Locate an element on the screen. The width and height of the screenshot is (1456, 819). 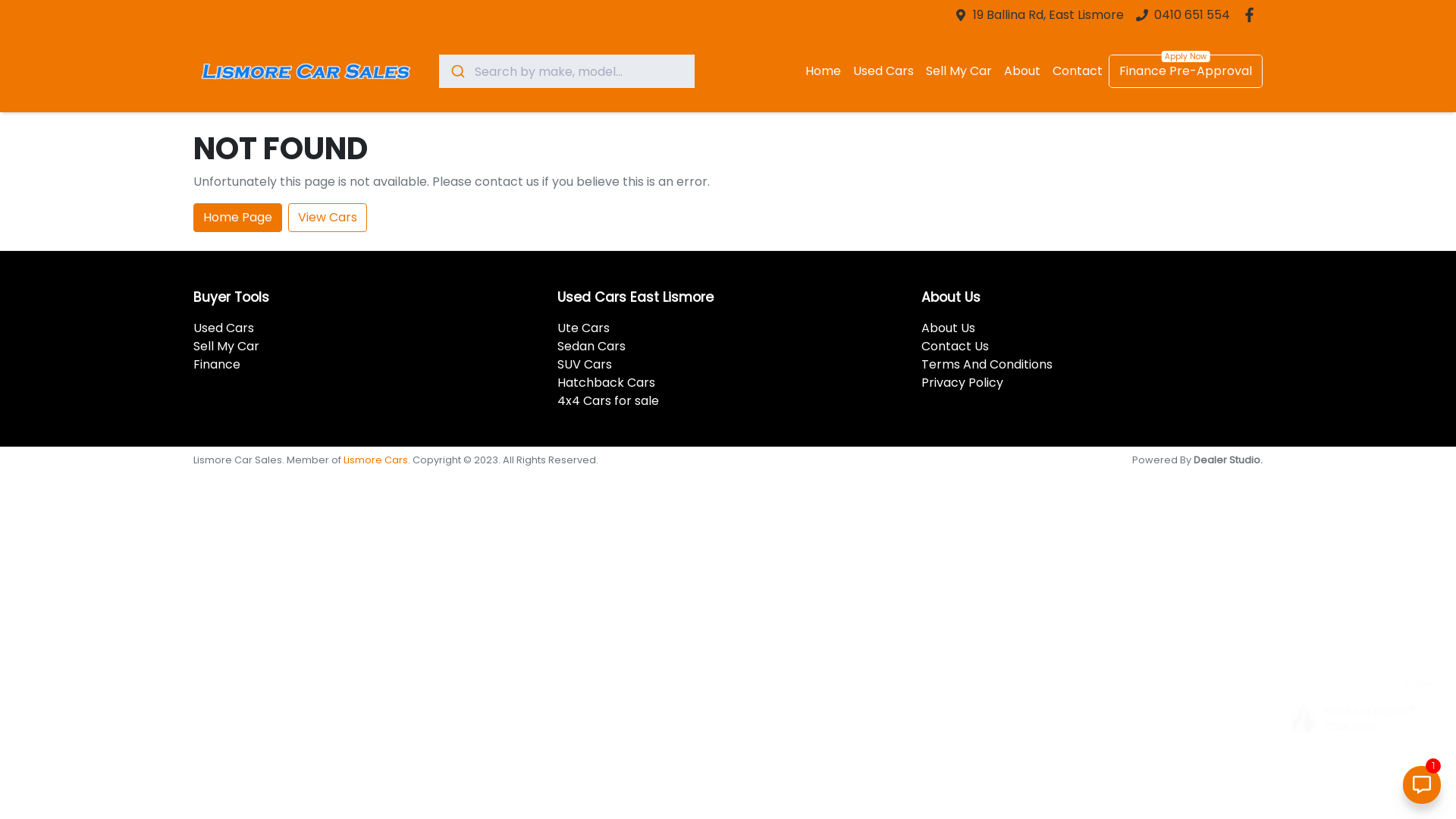
'Home' is located at coordinates (822, 71).